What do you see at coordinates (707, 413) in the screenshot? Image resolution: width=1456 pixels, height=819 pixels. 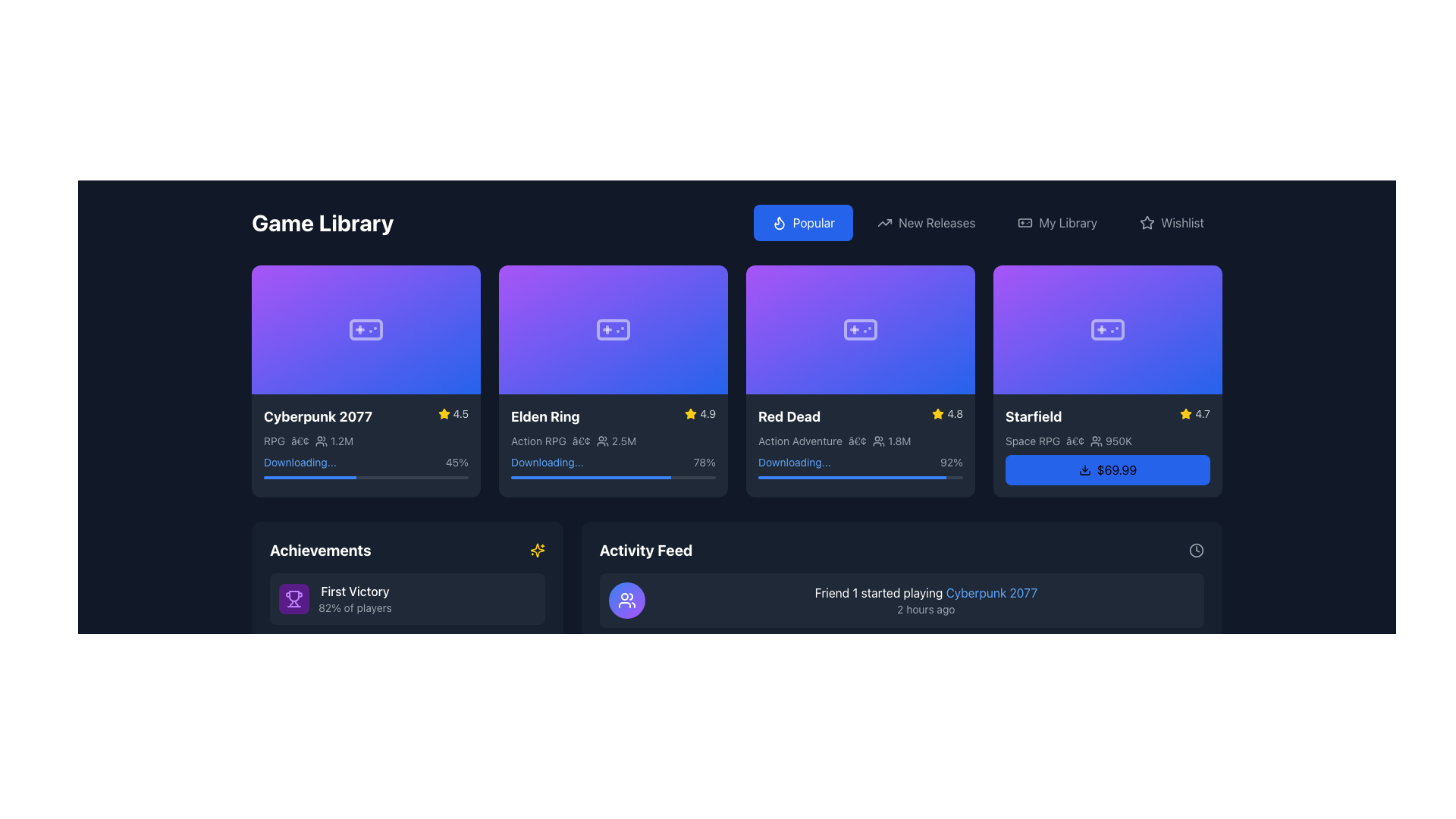 I see `the text label displaying the rating value for the game 'Elden Ring', located to the right of the star icon in the rating section of the card` at bounding box center [707, 413].